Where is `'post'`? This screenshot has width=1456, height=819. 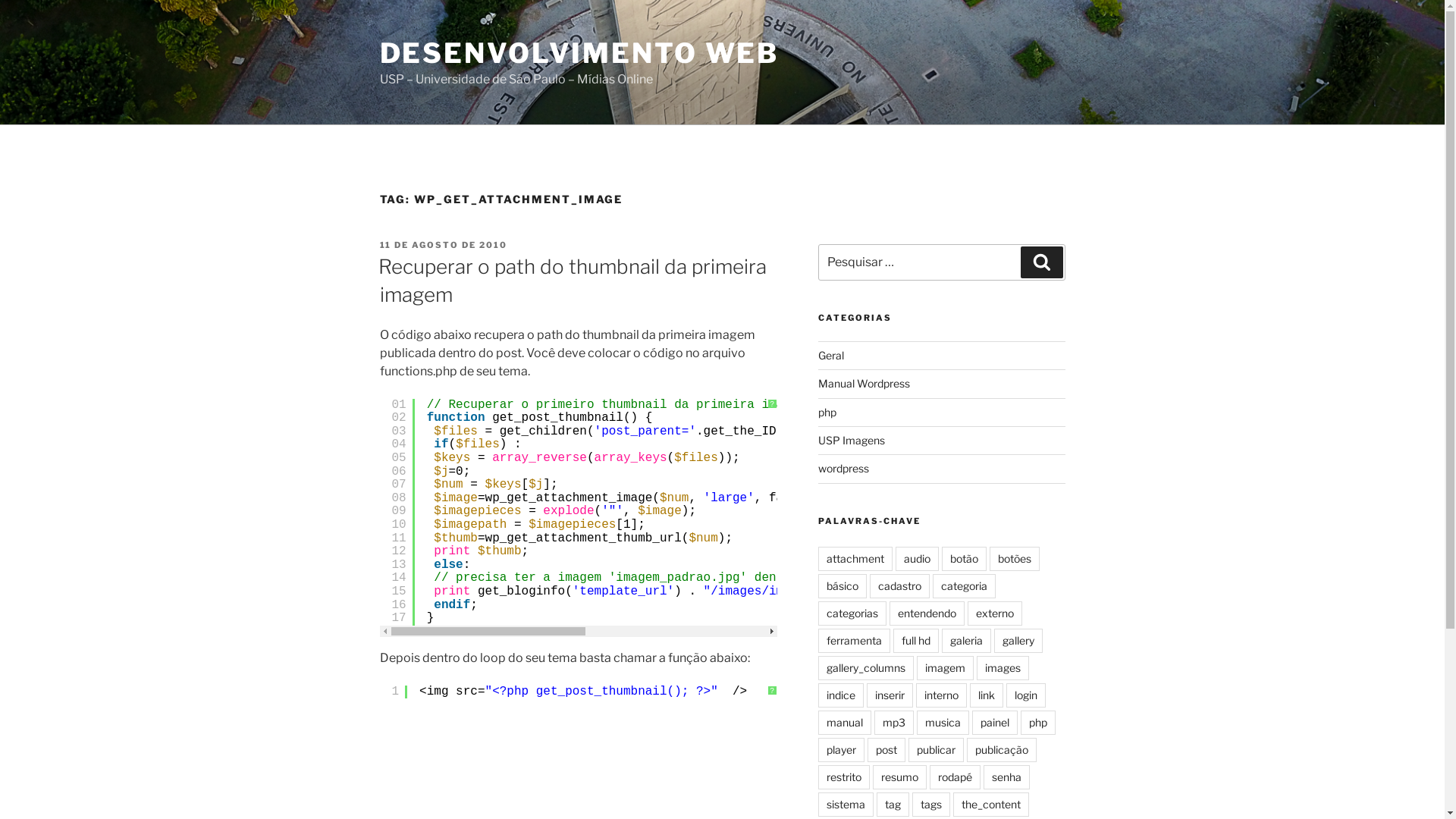
'post' is located at coordinates (886, 748).